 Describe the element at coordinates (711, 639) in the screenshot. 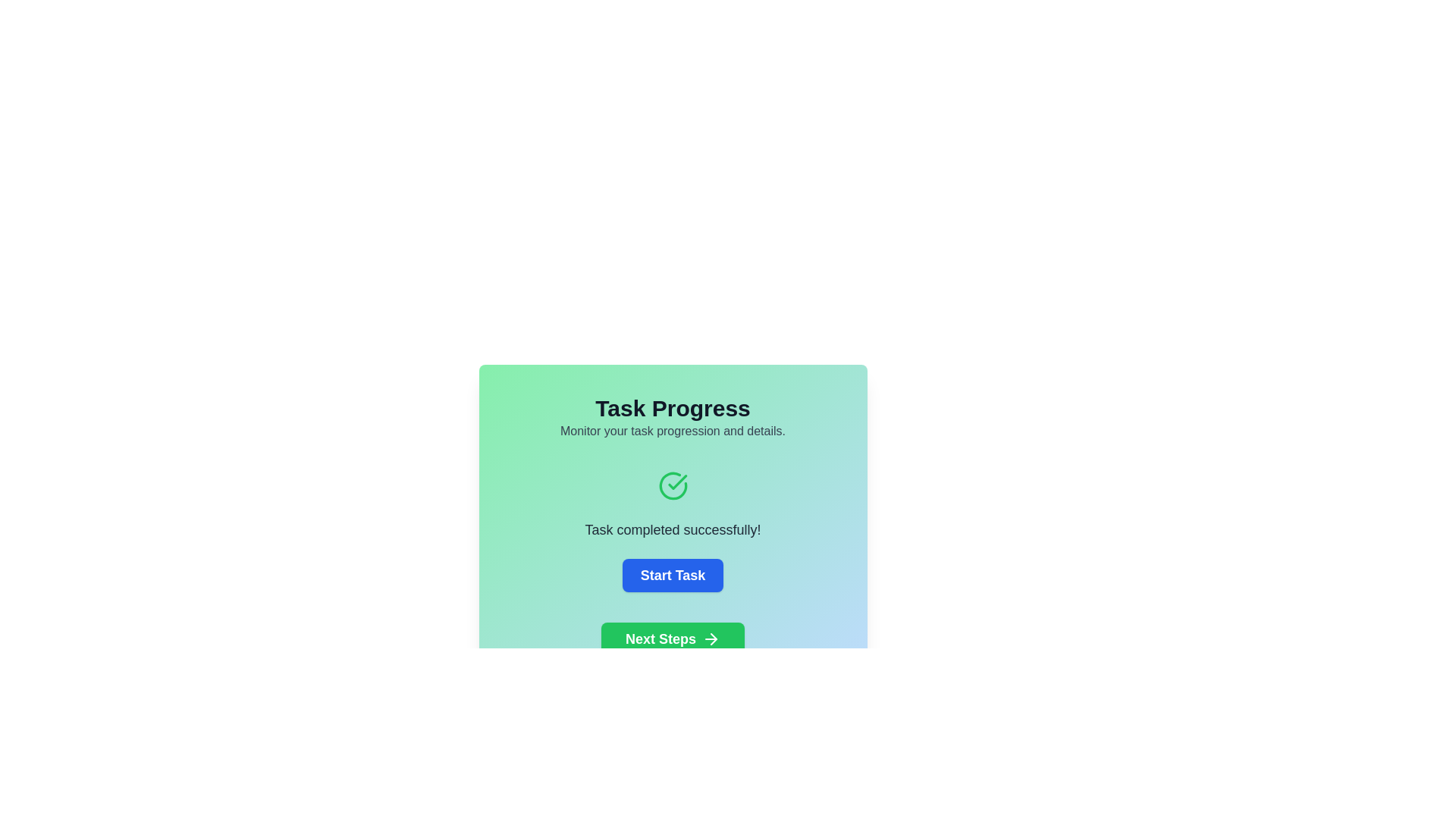

I see `the right-pointing arrow icon with a green background located to the right of the 'Next Steps' button` at that location.